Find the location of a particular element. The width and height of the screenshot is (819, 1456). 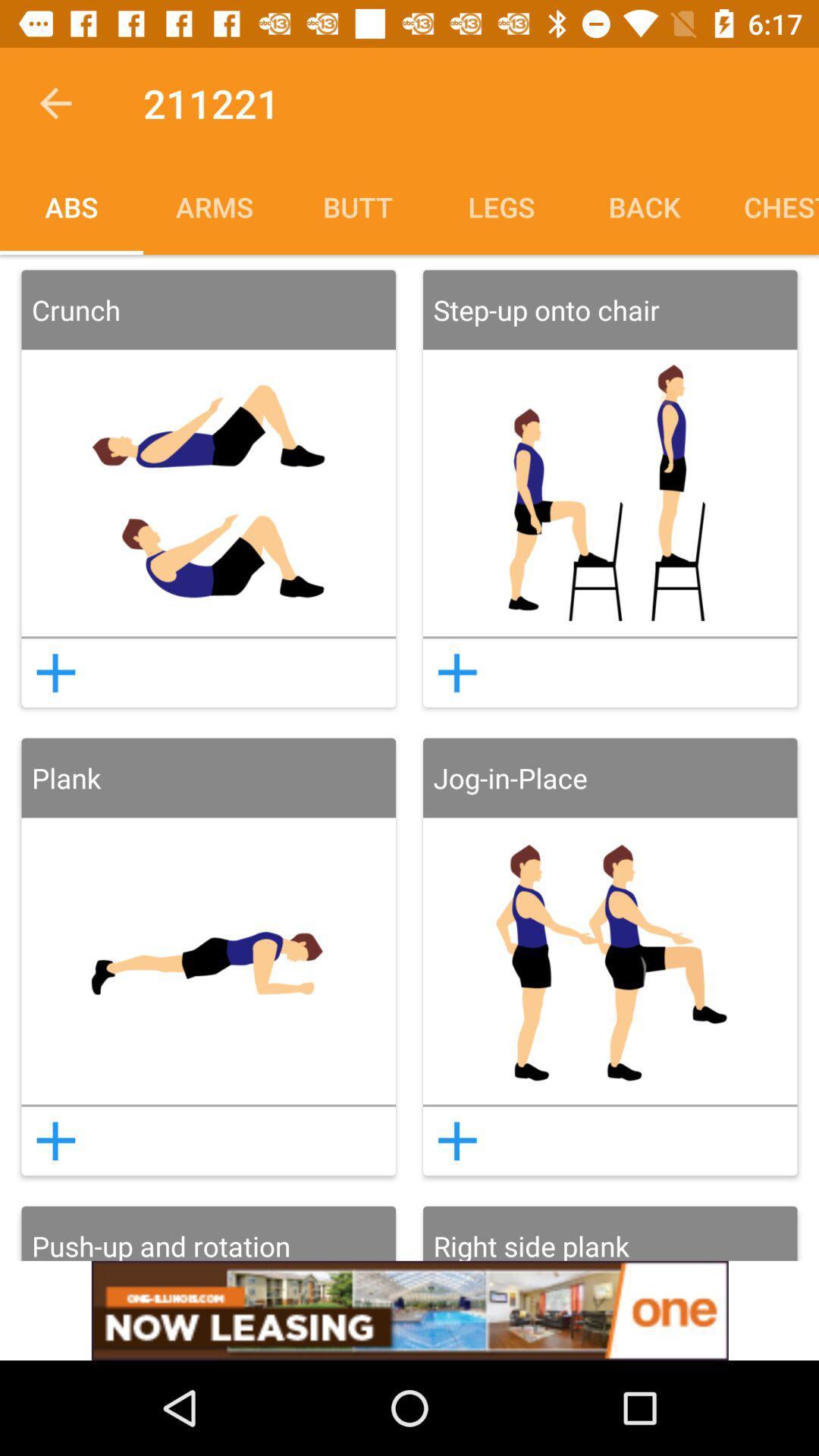

advertisement banner is located at coordinates (409, 1310).